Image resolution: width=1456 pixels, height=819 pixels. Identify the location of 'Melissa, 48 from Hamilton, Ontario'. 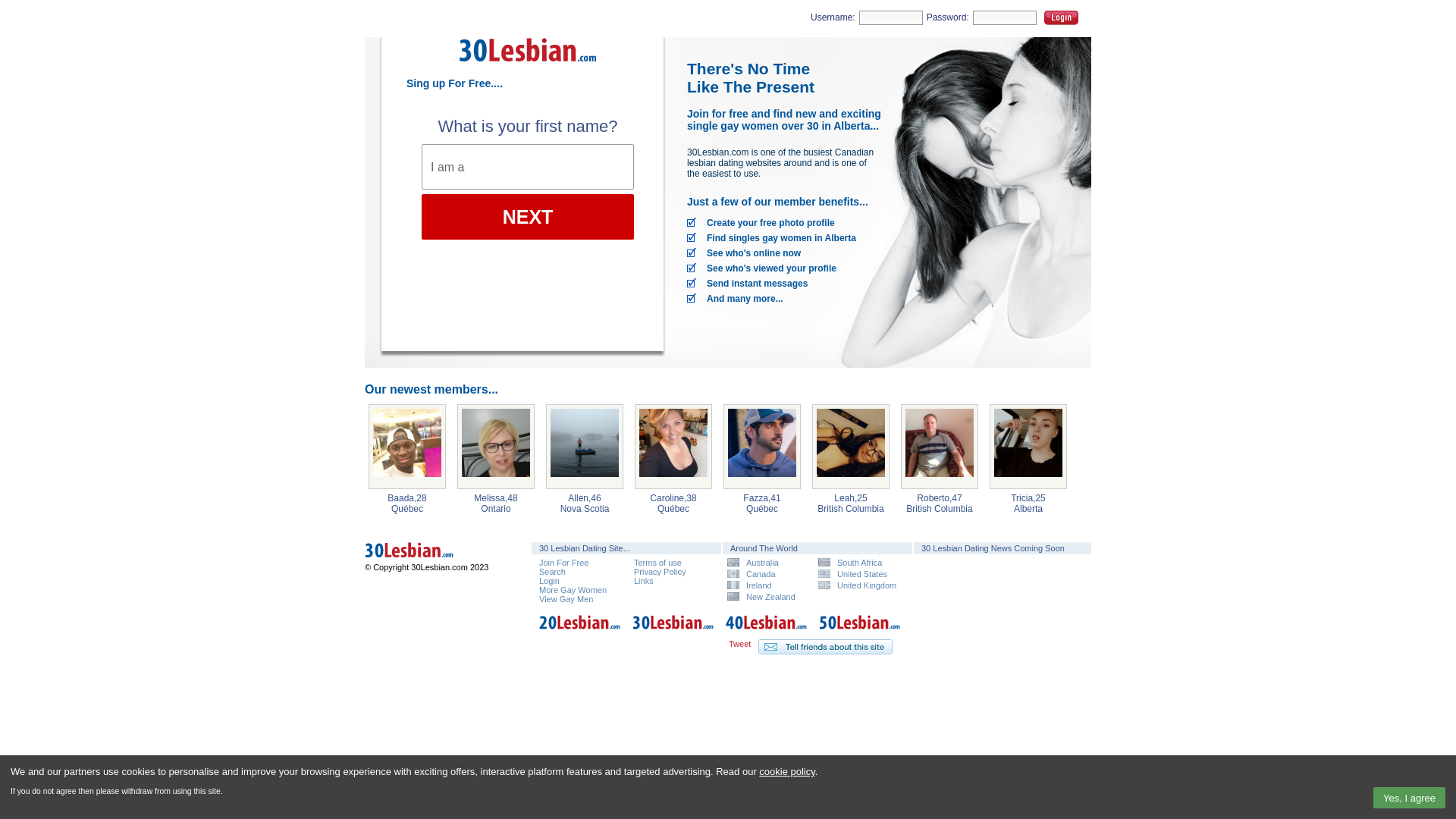
(495, 446).